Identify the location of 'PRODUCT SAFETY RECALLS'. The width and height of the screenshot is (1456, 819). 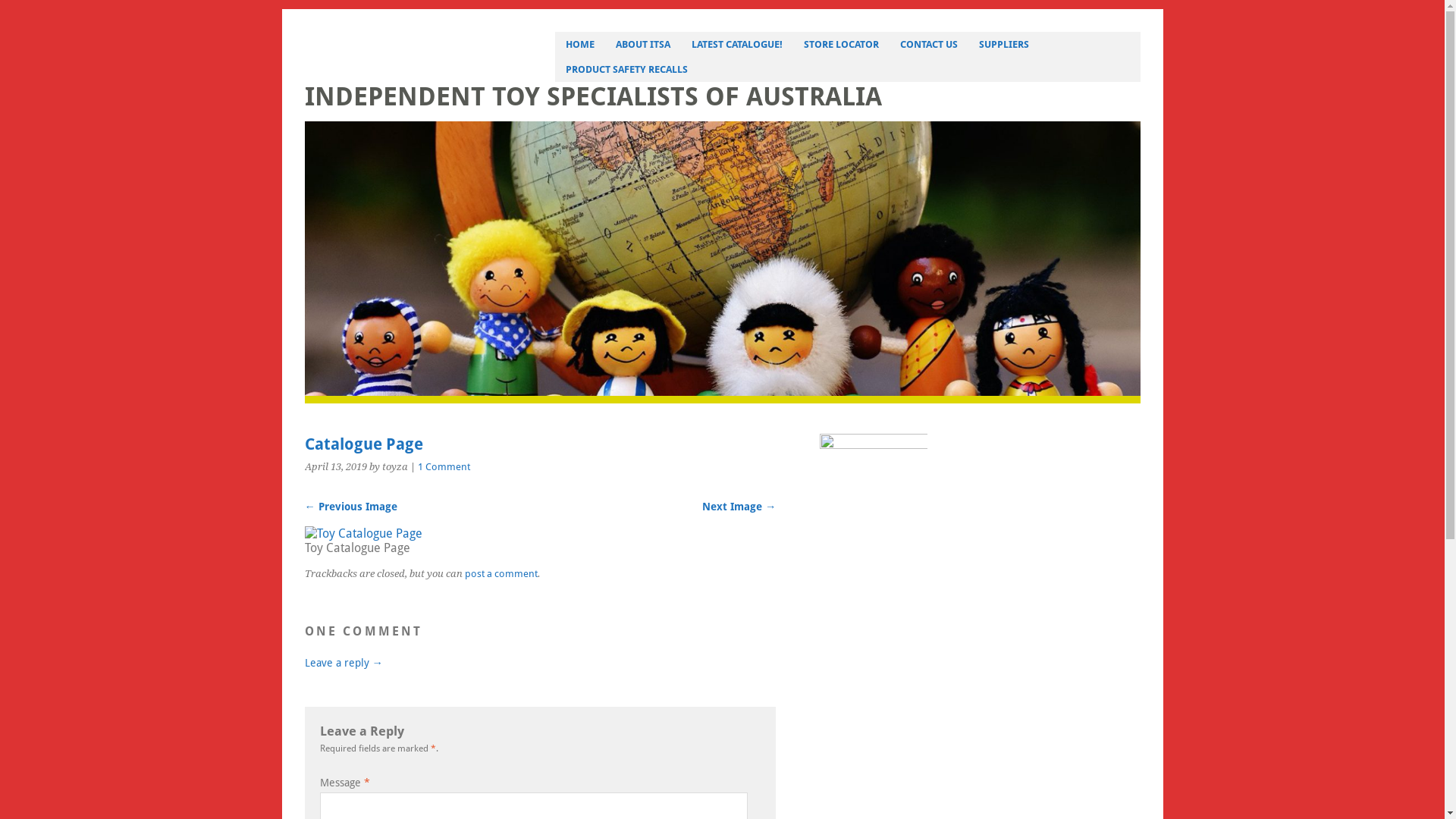
(554, 69).